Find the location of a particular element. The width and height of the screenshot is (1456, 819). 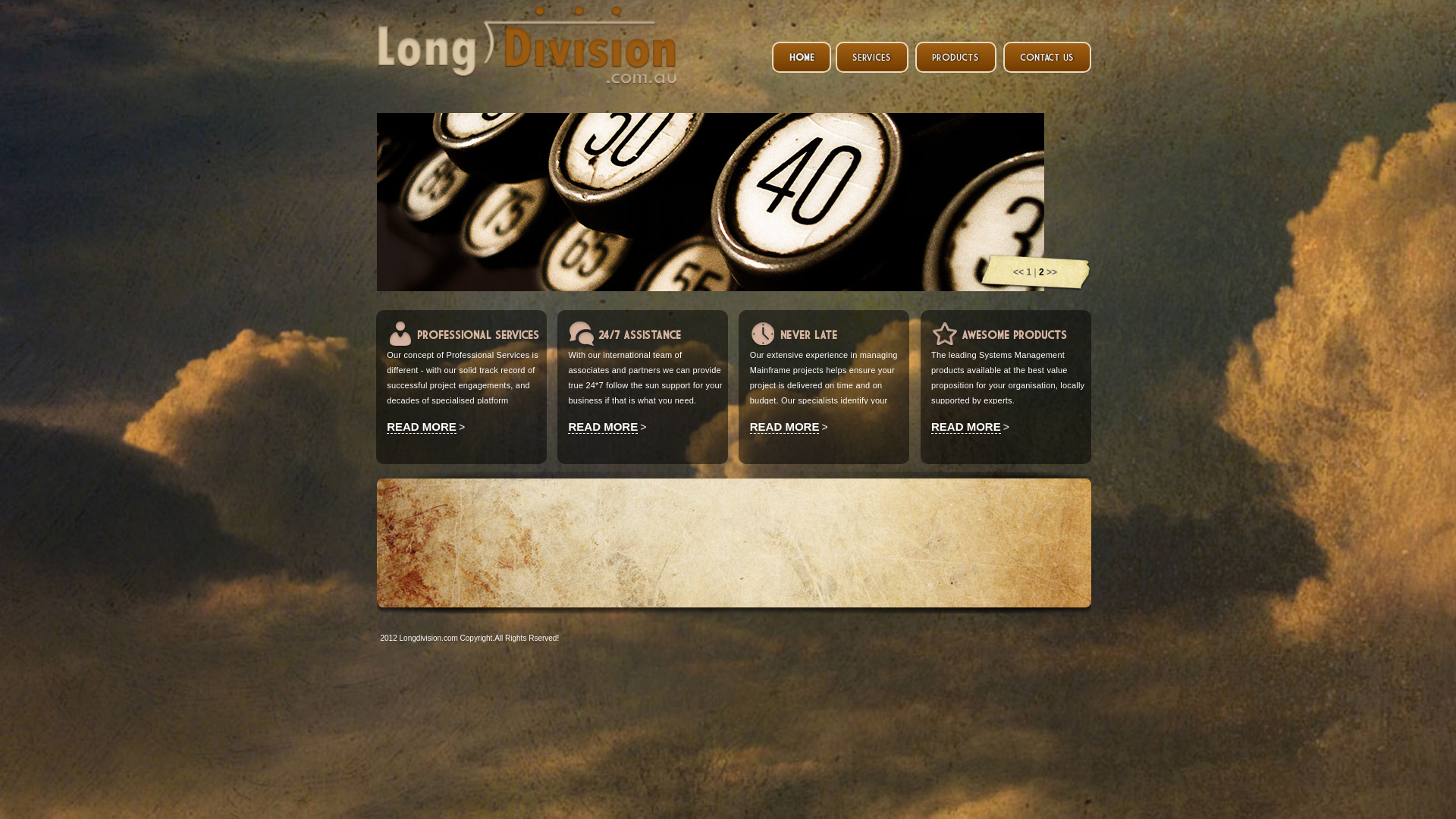

'READ MORE' is located at coordinates (422, 427).